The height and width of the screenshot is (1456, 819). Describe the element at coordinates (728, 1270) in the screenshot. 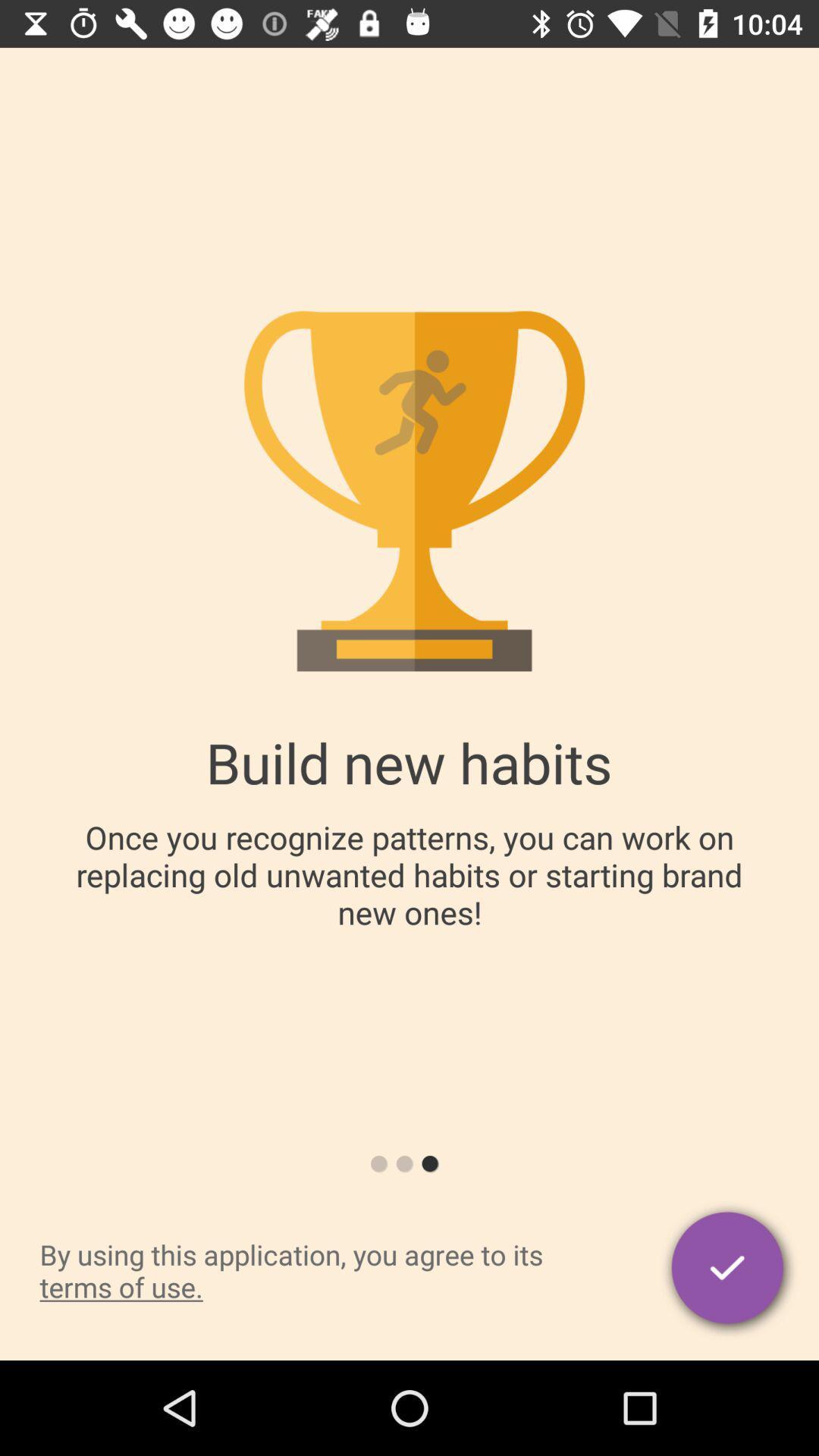

I see `right` at that location.